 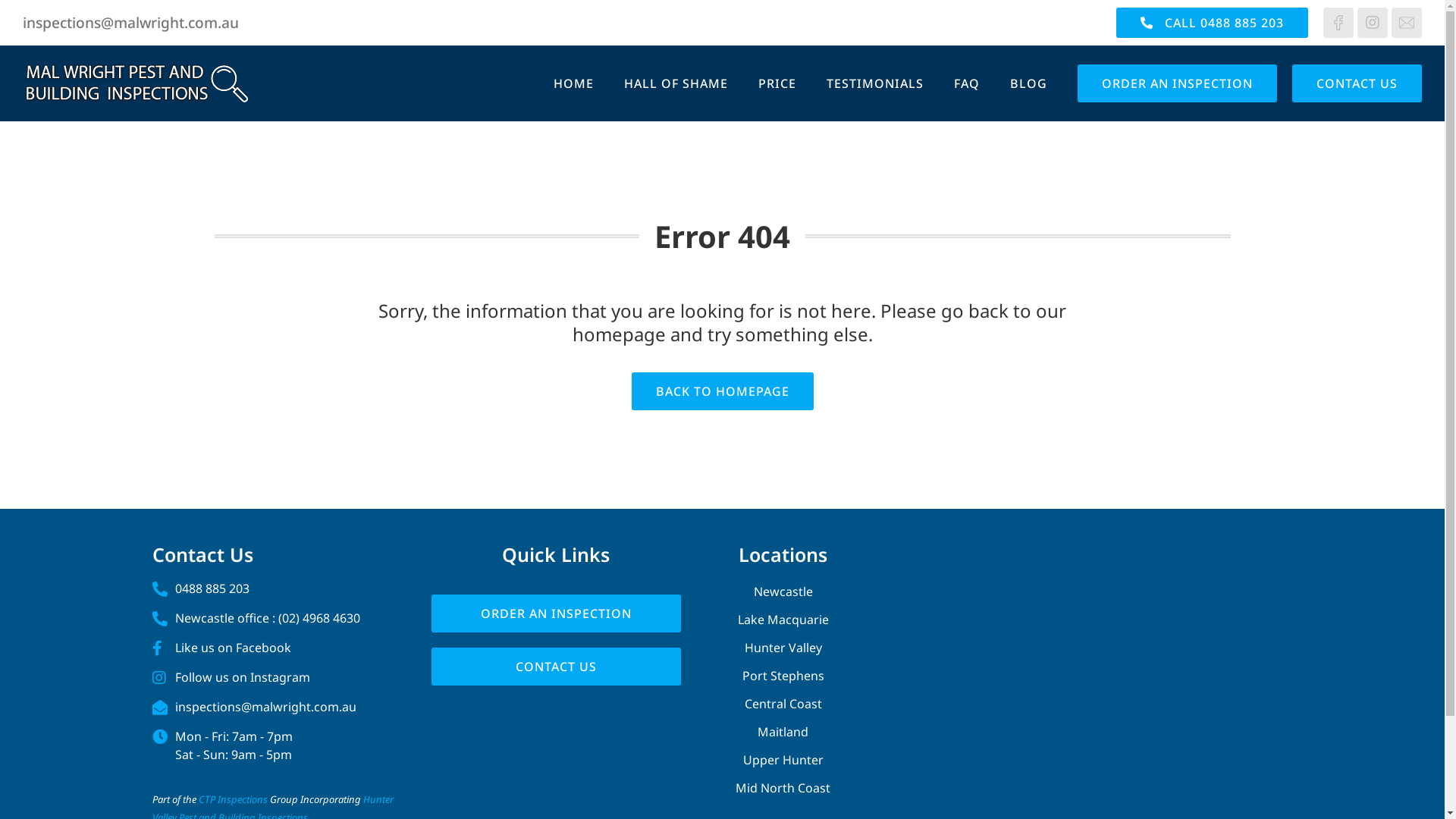 I want to click on 'HOME', so click(x=573, y=83).